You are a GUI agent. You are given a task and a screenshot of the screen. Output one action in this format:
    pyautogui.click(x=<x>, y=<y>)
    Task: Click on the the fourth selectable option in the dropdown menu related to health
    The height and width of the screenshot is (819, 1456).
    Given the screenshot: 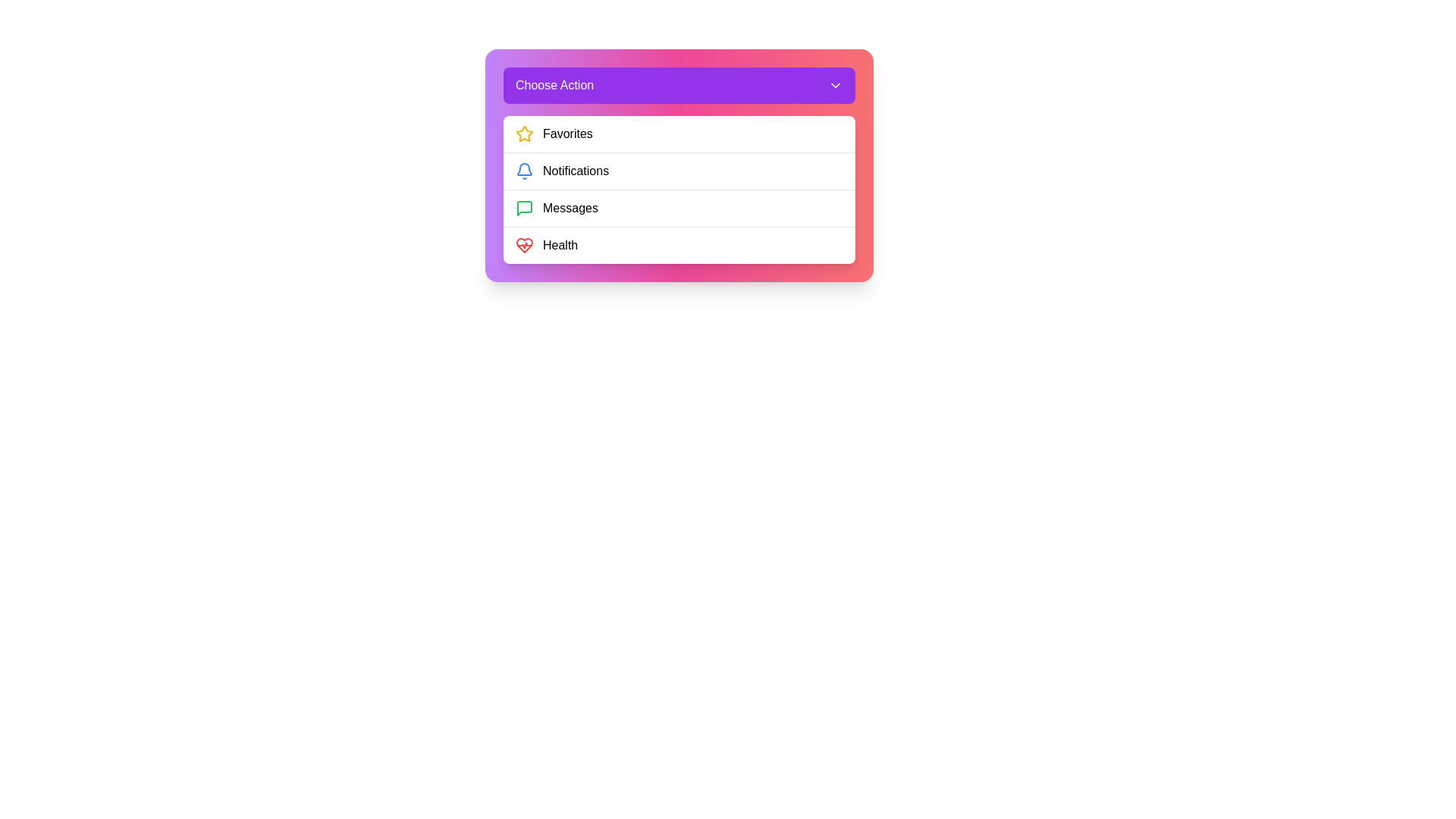 What is the action you would take?
    pyautogui.click(x=679, y=244)
    